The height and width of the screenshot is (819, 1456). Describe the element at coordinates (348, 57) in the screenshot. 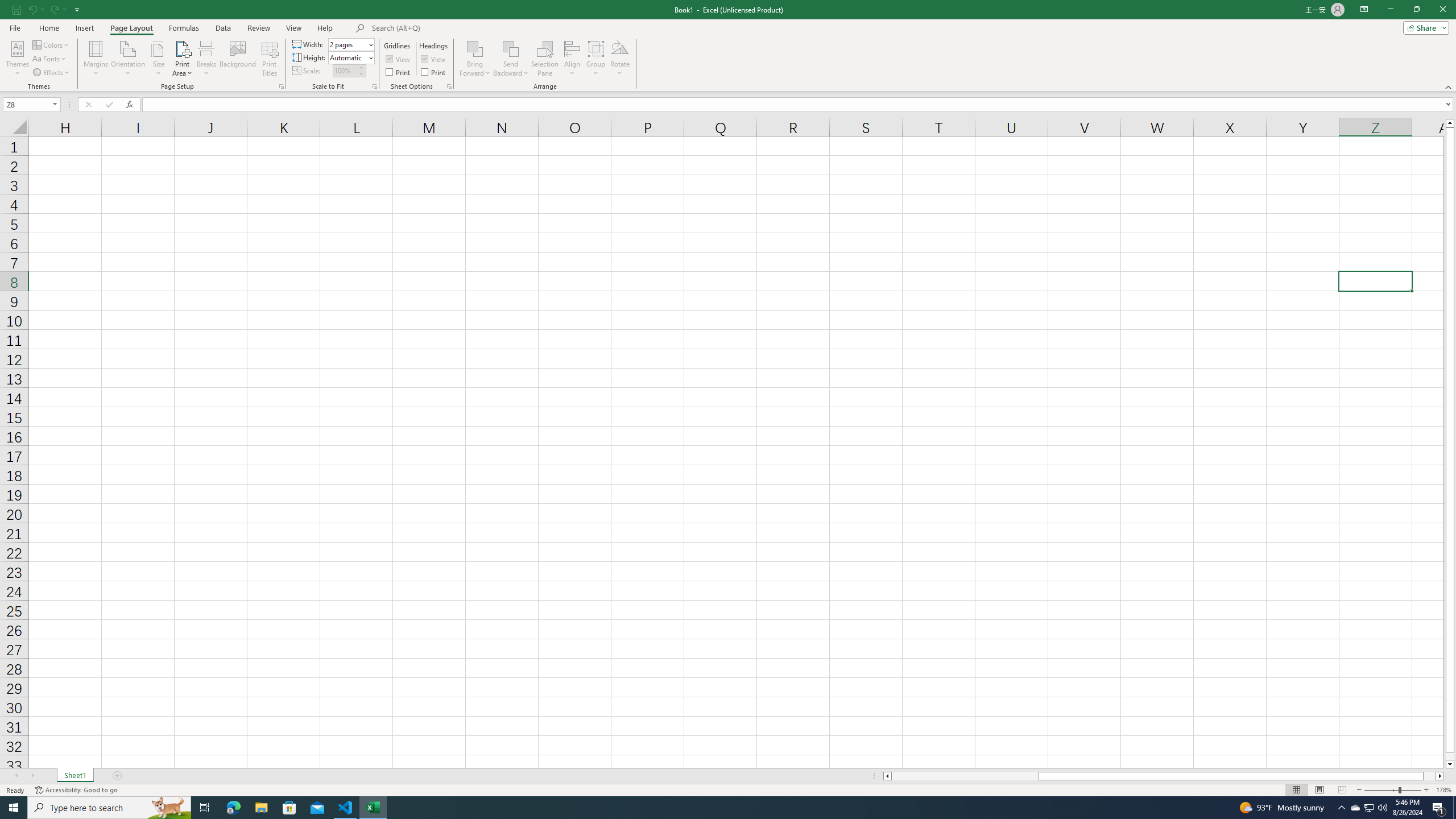

I see `'Height'` at that location.